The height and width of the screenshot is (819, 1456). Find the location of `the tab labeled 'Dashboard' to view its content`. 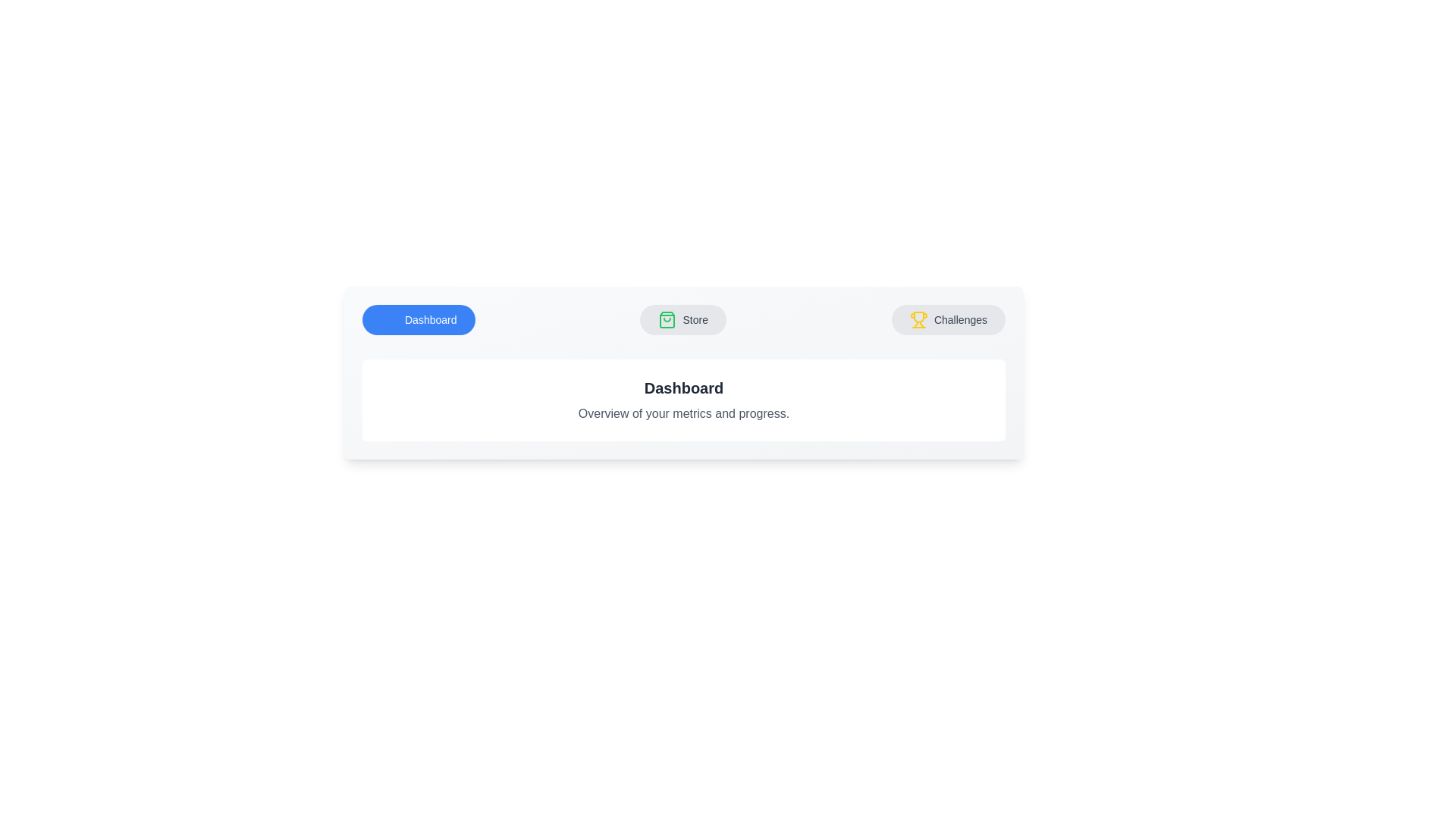

the tab labeled 'Dashboard' to view its content is located at coordinates (419, 318).